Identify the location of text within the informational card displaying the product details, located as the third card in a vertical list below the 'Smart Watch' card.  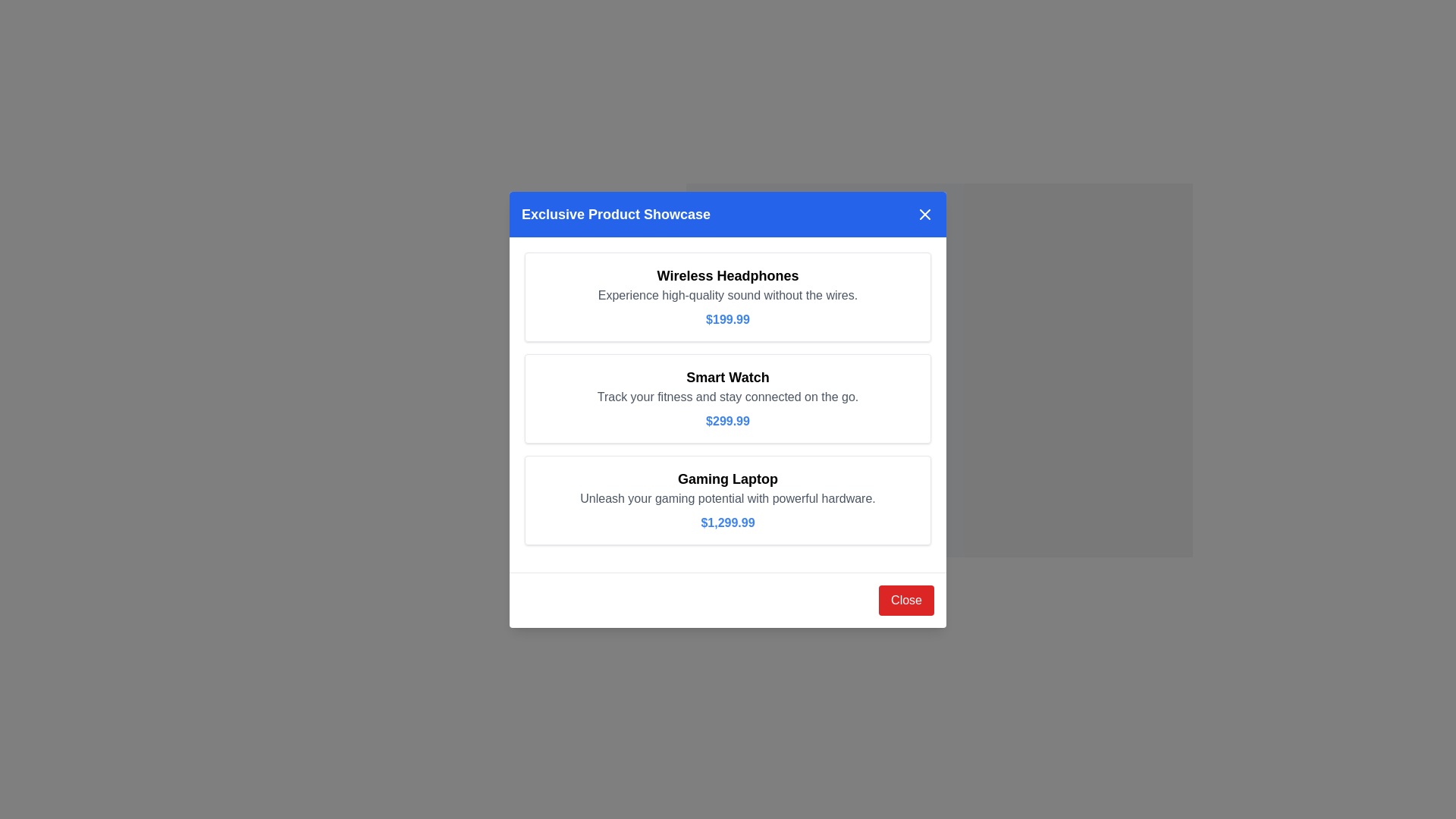
(728, 500).